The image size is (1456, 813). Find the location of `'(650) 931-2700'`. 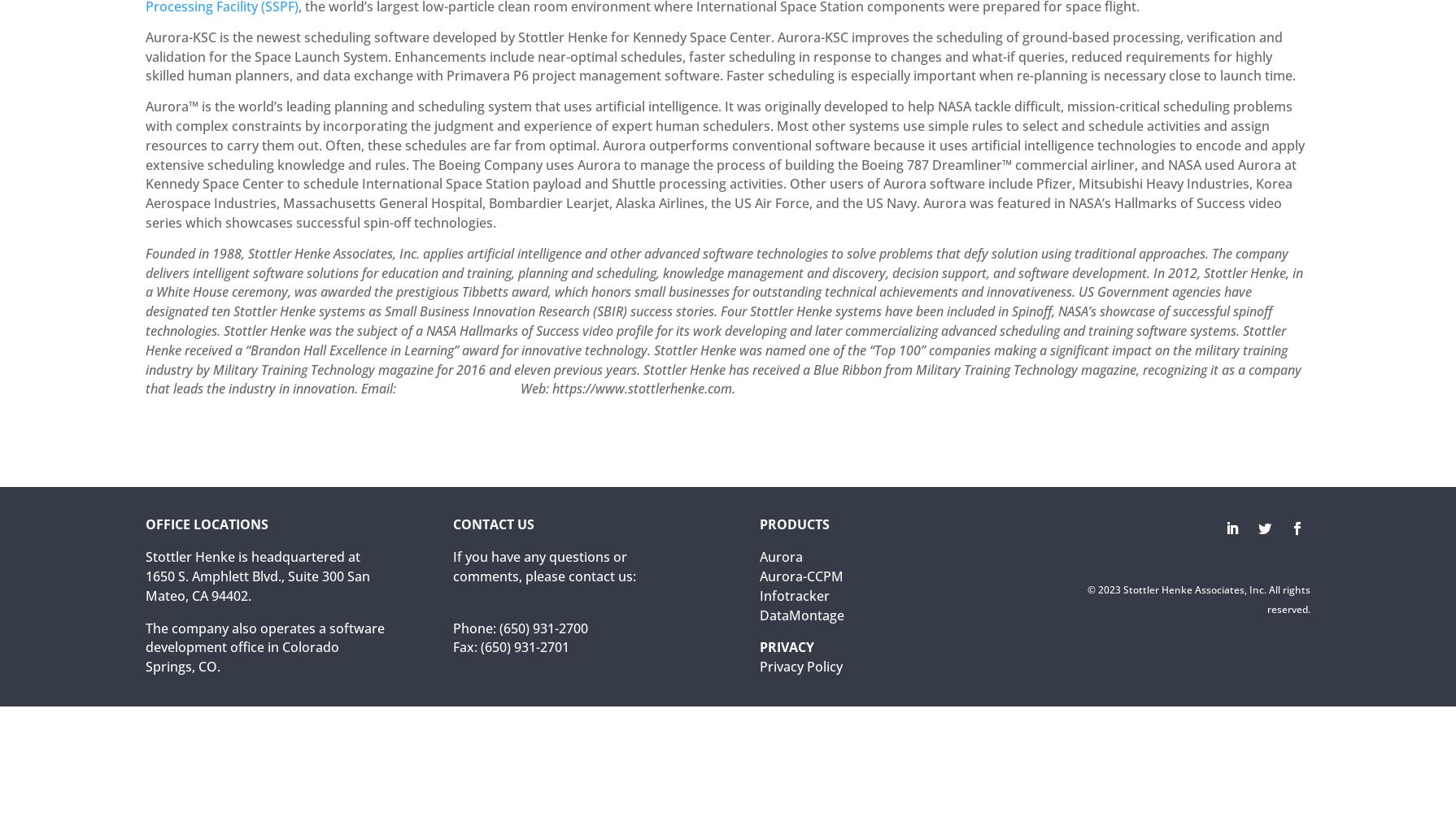

'(650) 931-2700' is located at coordinates (542, 628).